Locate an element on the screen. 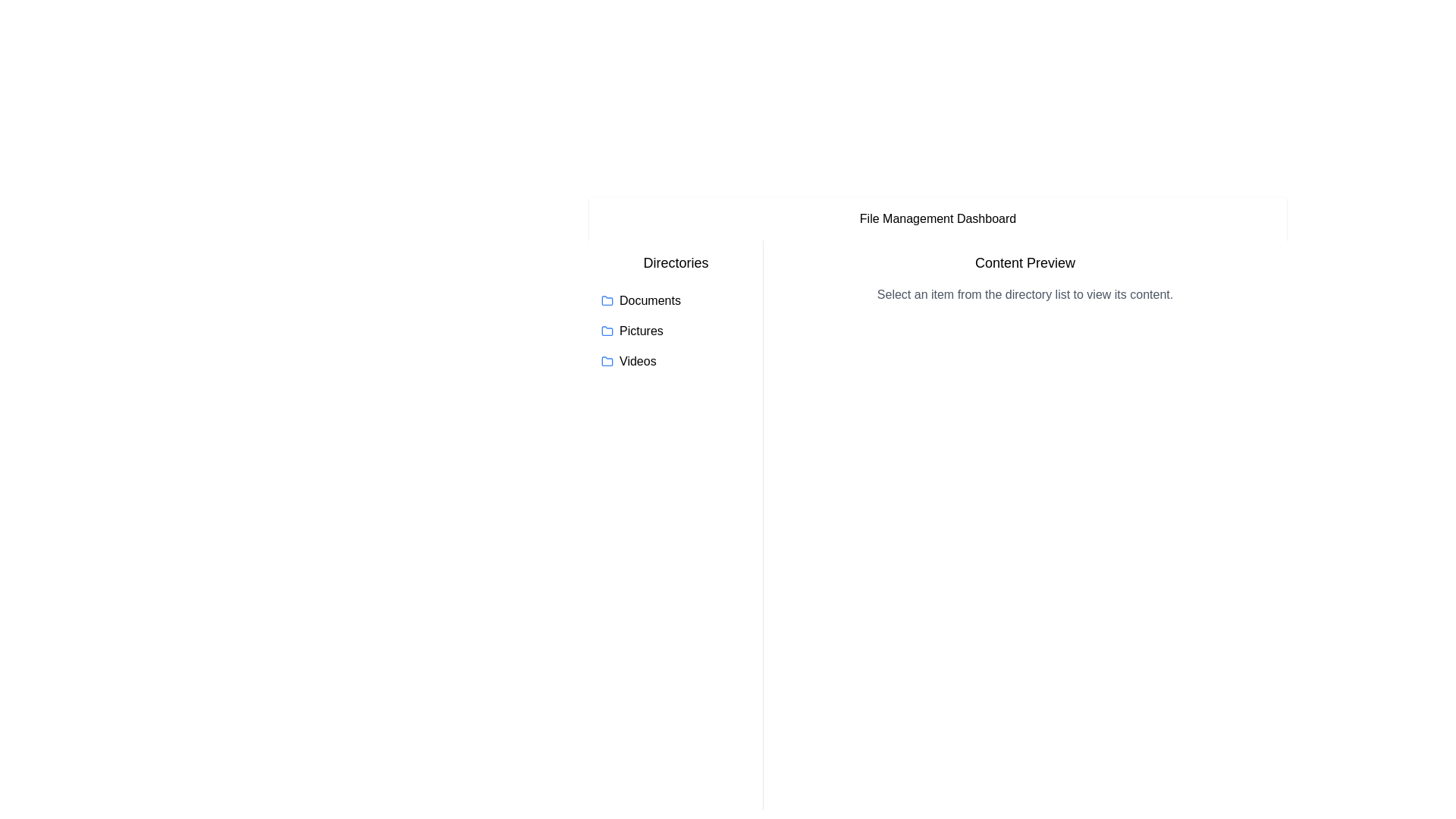 The image size is (1456, 819). the header text label that introduces the content section, located above the text 'Select an item from the directory list is located at coordinates (1025, 262).